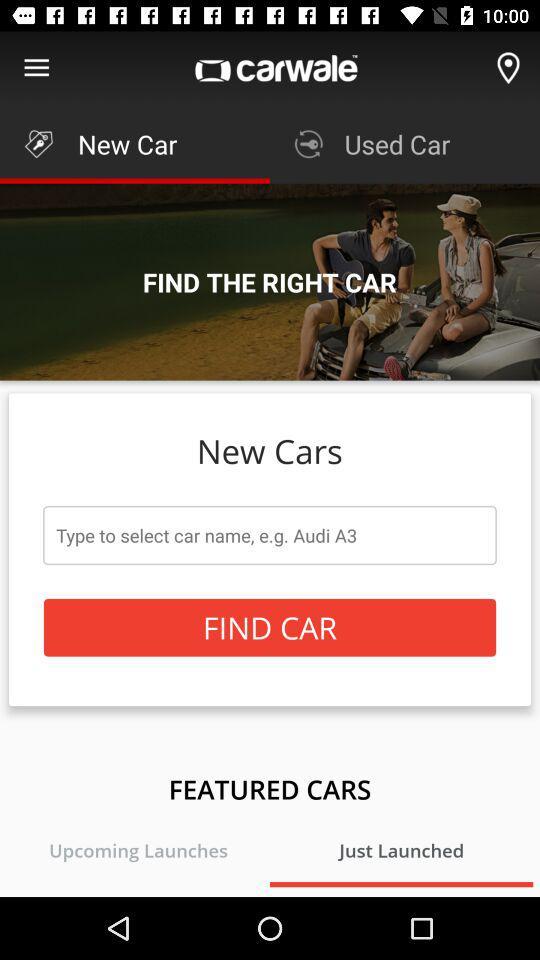 This screenshot has height=960, width=540. What do you see at coordinates (36, 68) in the screenshot?
I see `settings` at bounding box center [36, 68].